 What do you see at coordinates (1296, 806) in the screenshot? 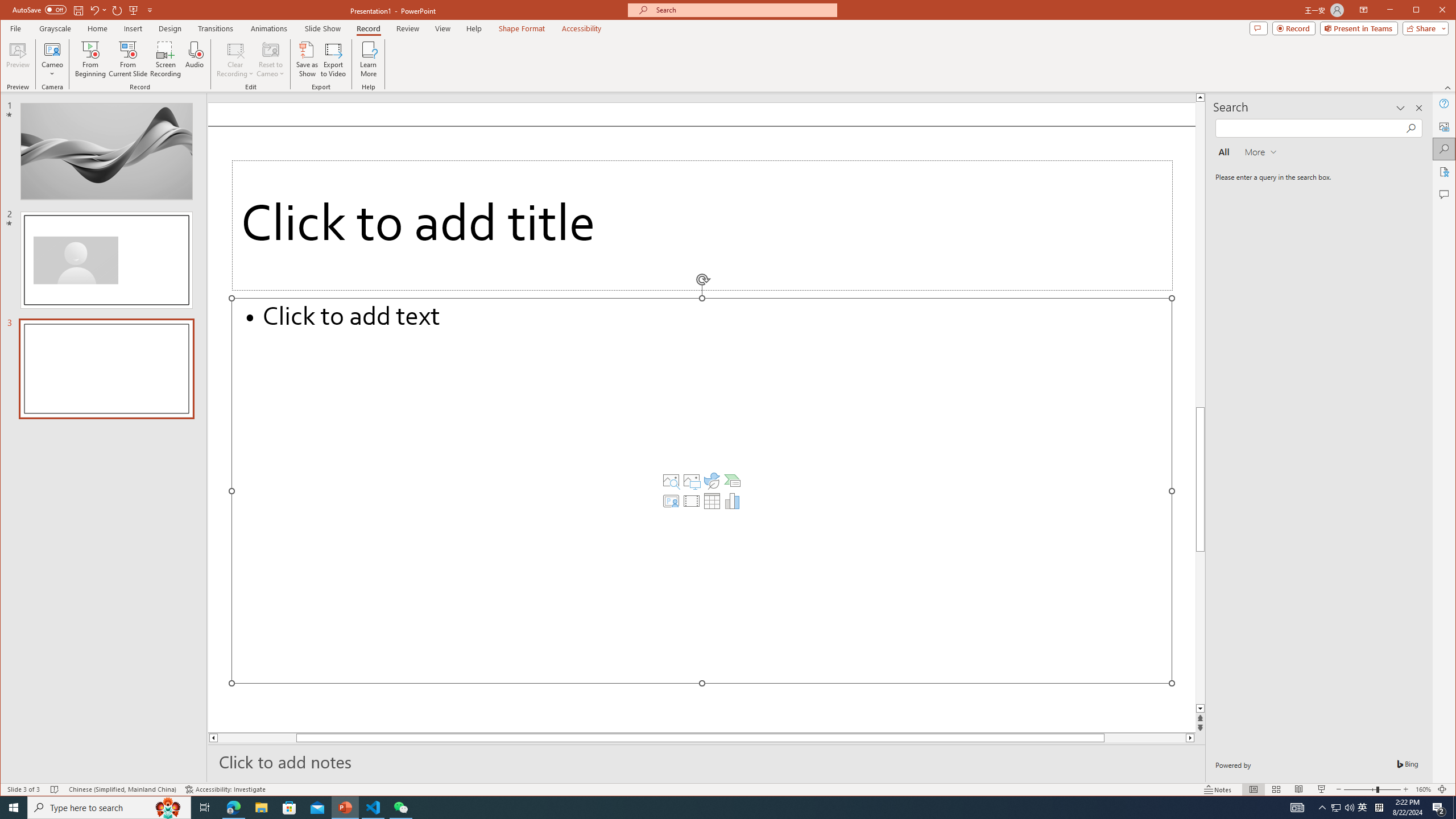
I see `'AutomationID: 4105'` at bounding box center [1296, 806].